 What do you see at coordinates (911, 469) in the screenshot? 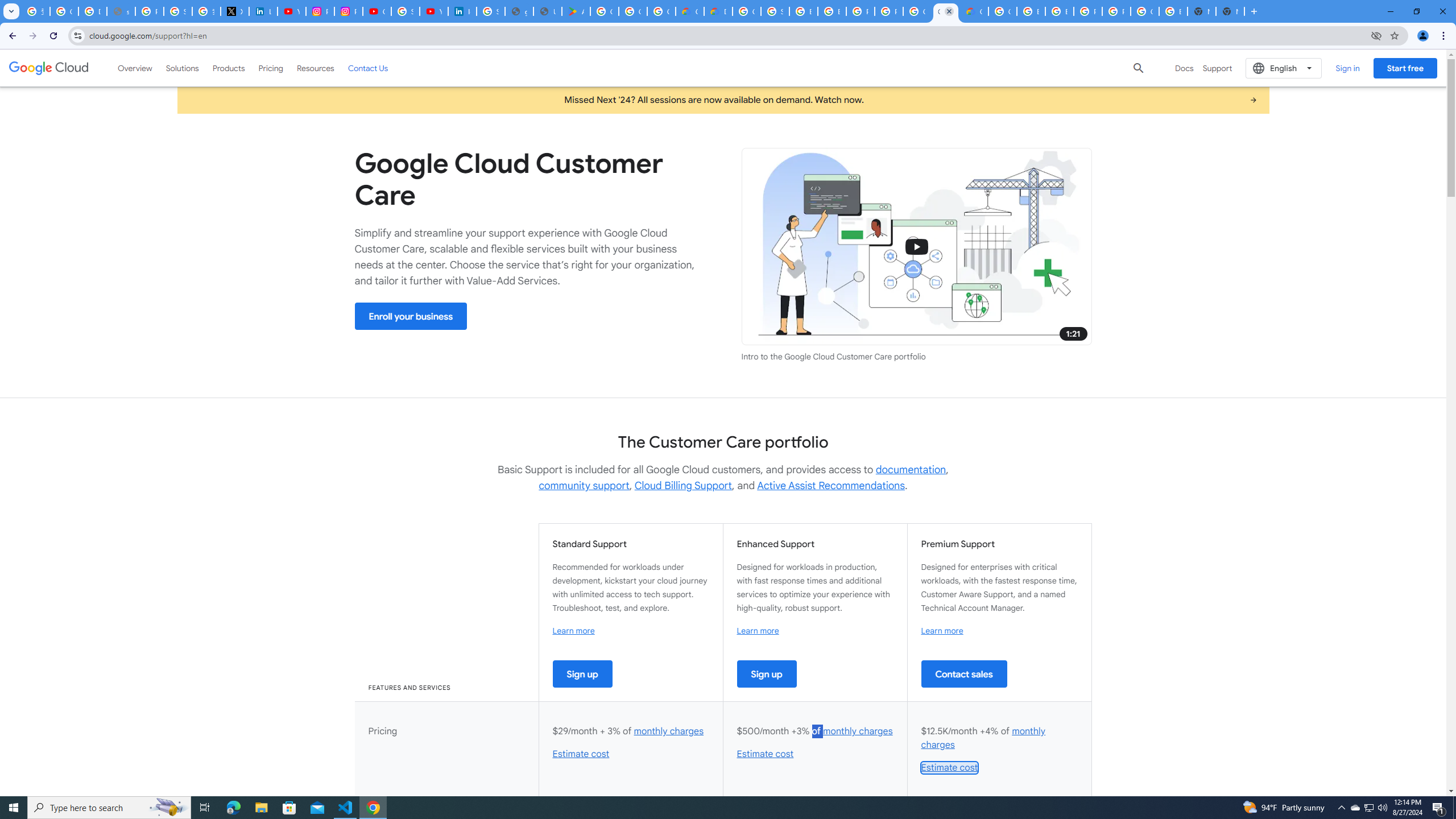
I see `'documentation'` at bounding box center [911, 469].